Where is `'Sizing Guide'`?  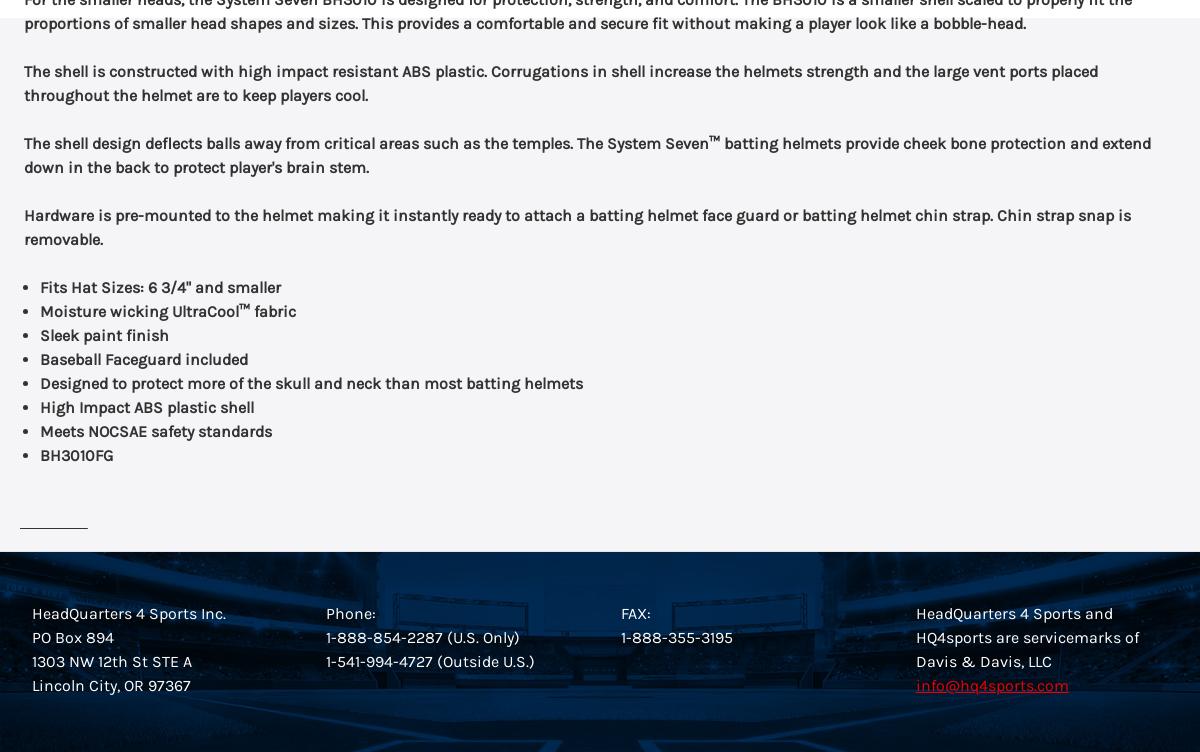
'Sizing Guide' is located at coordinates (20, 520).